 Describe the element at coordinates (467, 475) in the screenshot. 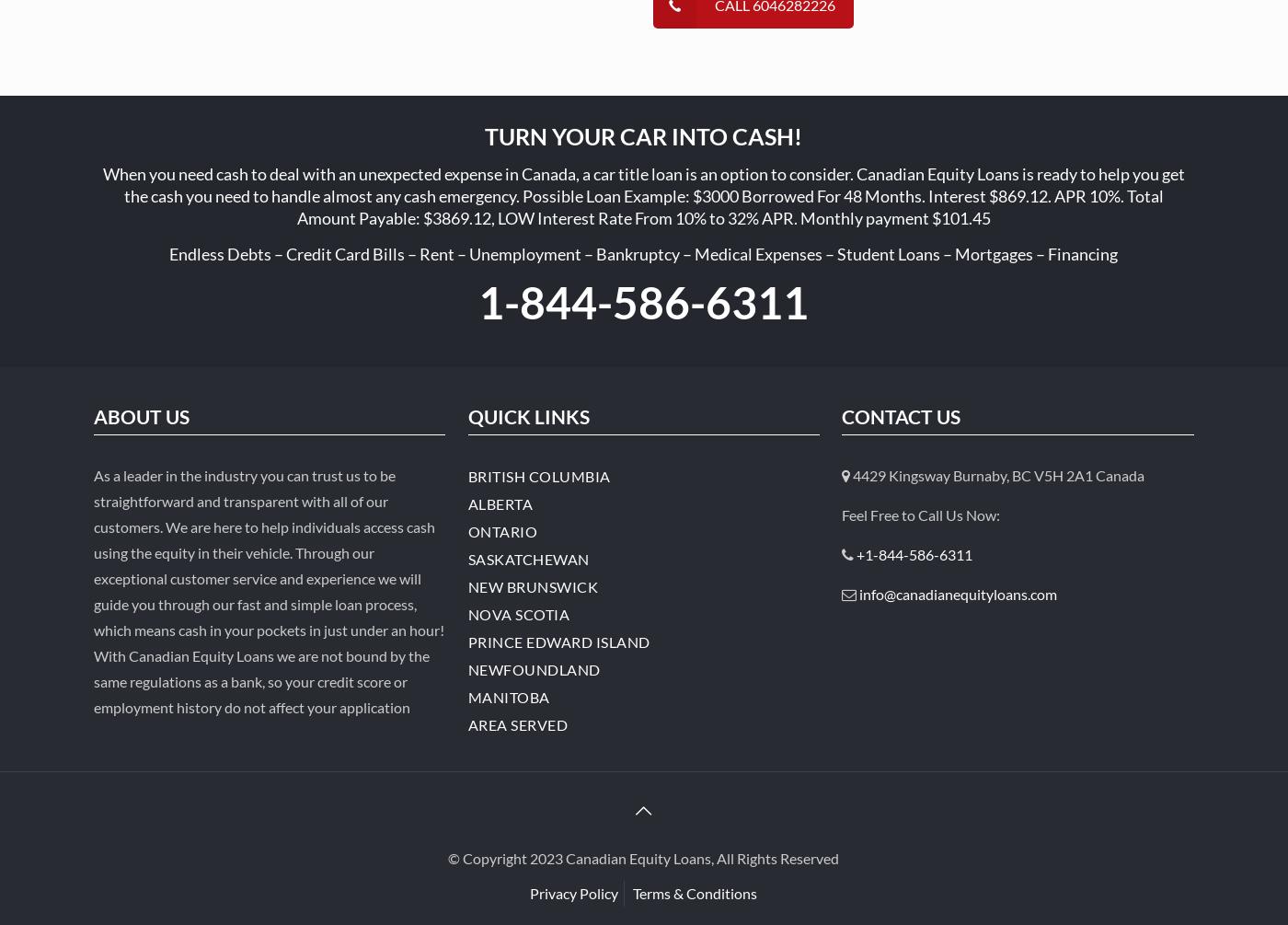

I see `'British Columbia'` at that location.